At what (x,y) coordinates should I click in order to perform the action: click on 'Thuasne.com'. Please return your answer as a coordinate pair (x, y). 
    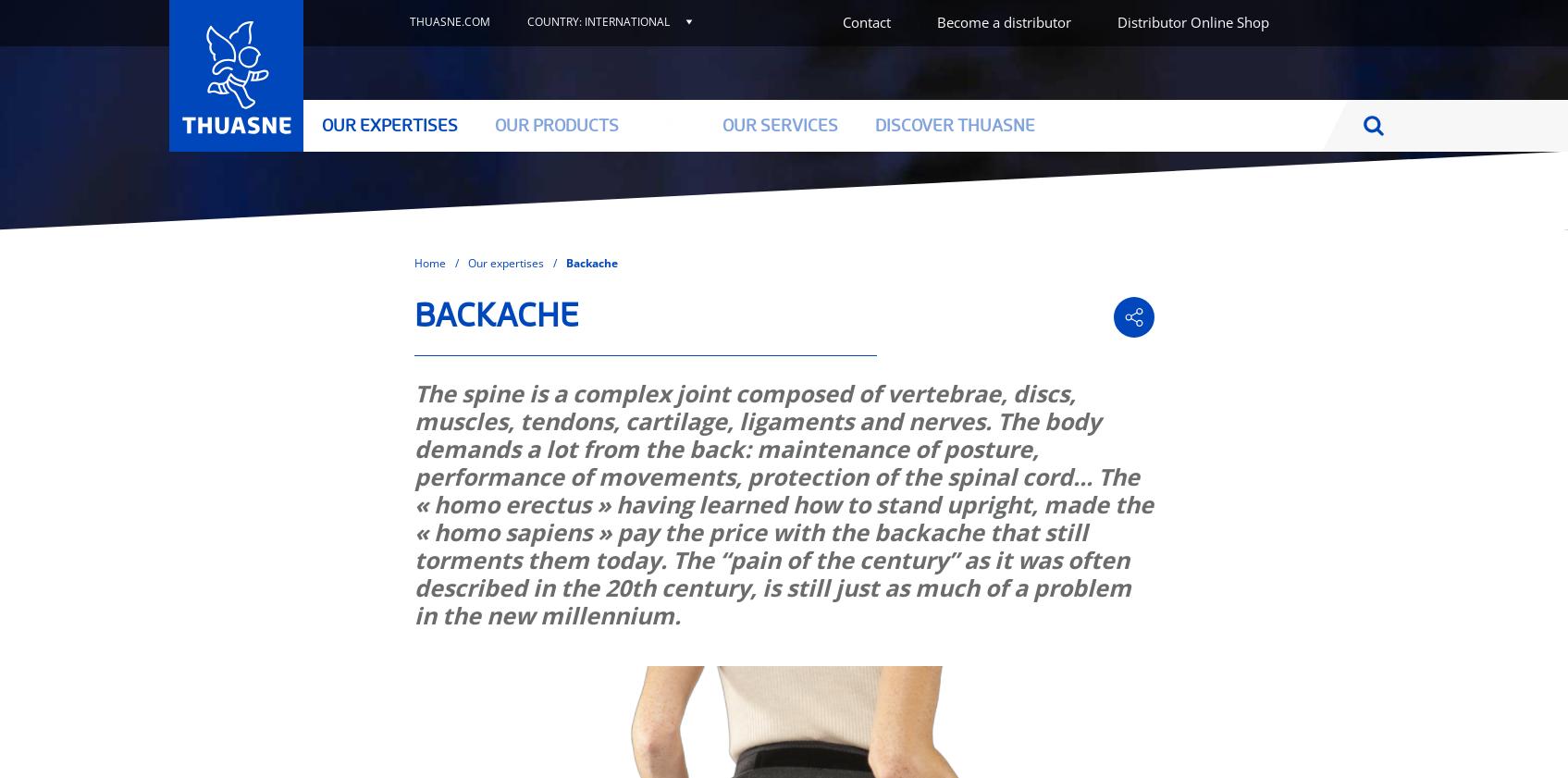
    Looking at the image, I should click on (448, 20).